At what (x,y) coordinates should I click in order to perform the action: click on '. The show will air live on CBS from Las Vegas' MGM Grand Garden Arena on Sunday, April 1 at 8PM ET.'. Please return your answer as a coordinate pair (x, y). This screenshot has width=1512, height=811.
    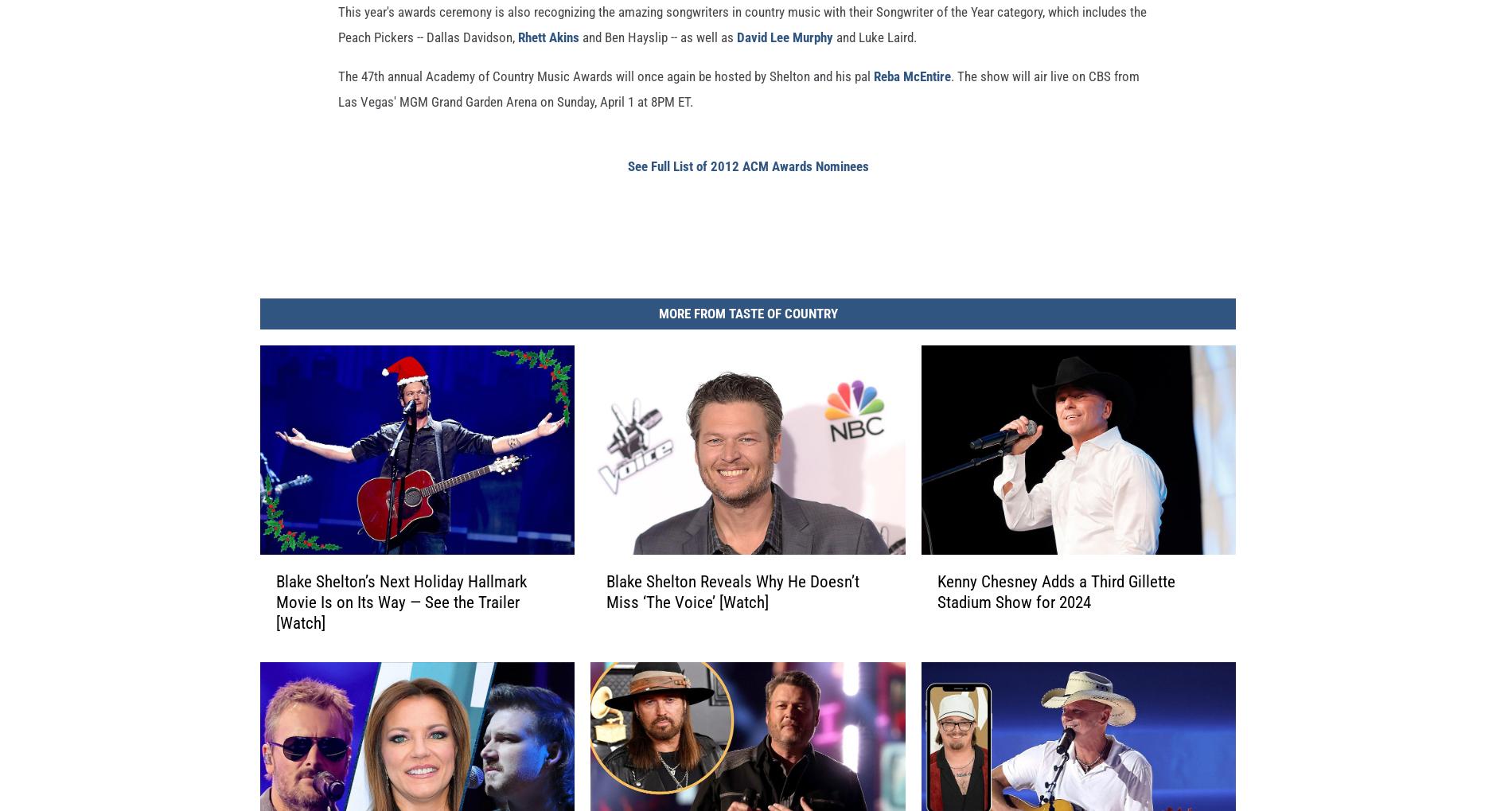
    Looking at the image, I should click on (738, 114).